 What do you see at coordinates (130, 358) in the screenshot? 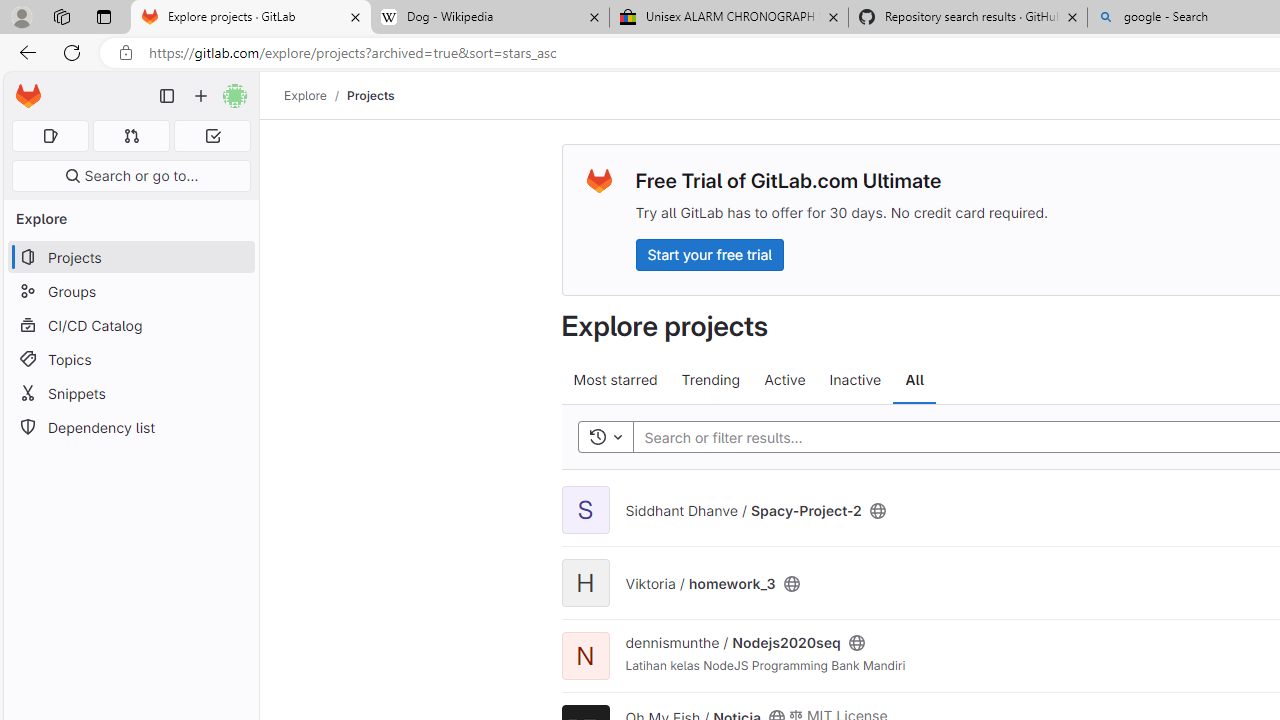
I see `'Topics'` at bounding box center [130, 358].